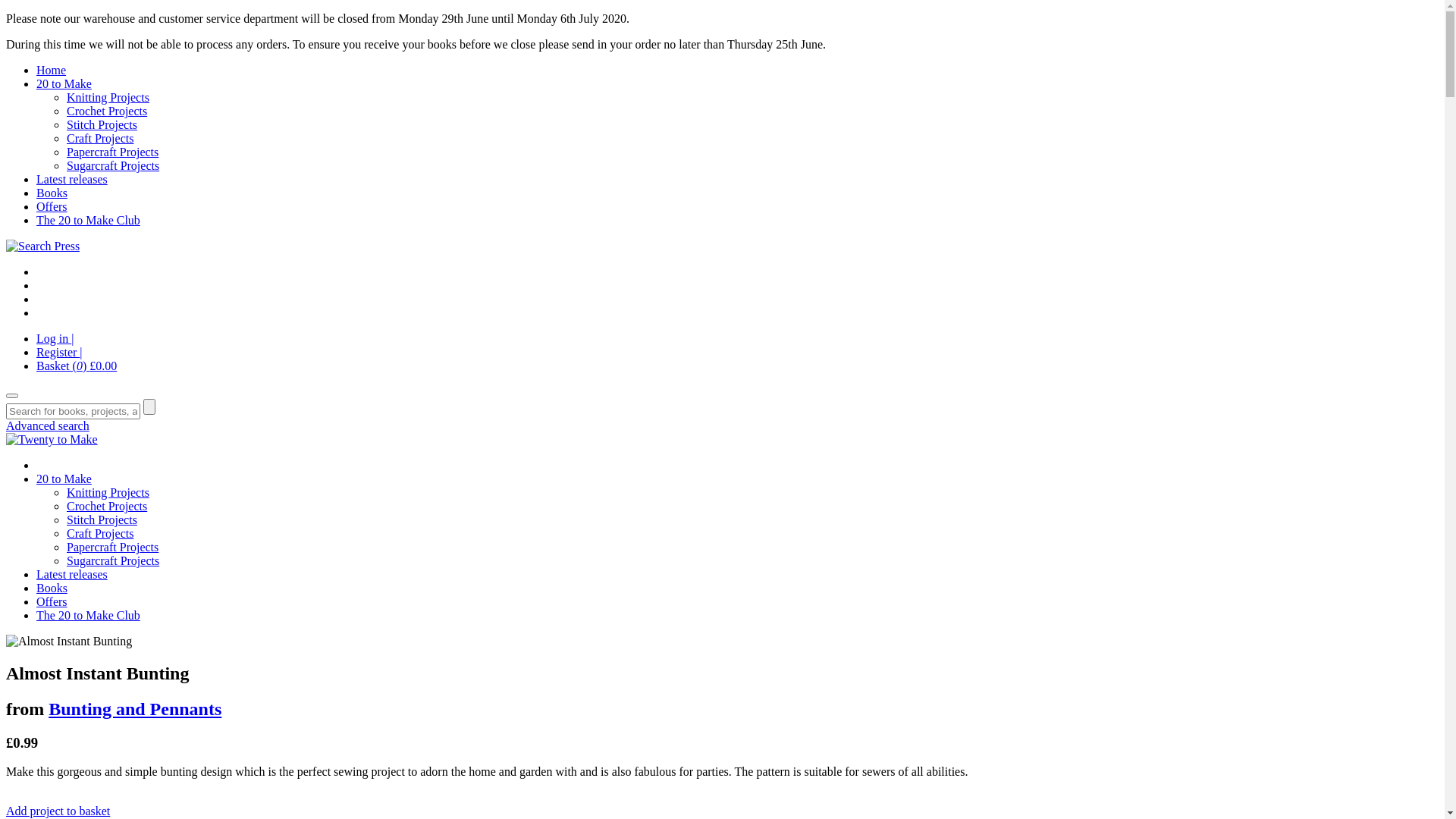 The width and height of the screenshot is (1456, 819). I want to click on 'Knitting Projects', so click(107, 97).